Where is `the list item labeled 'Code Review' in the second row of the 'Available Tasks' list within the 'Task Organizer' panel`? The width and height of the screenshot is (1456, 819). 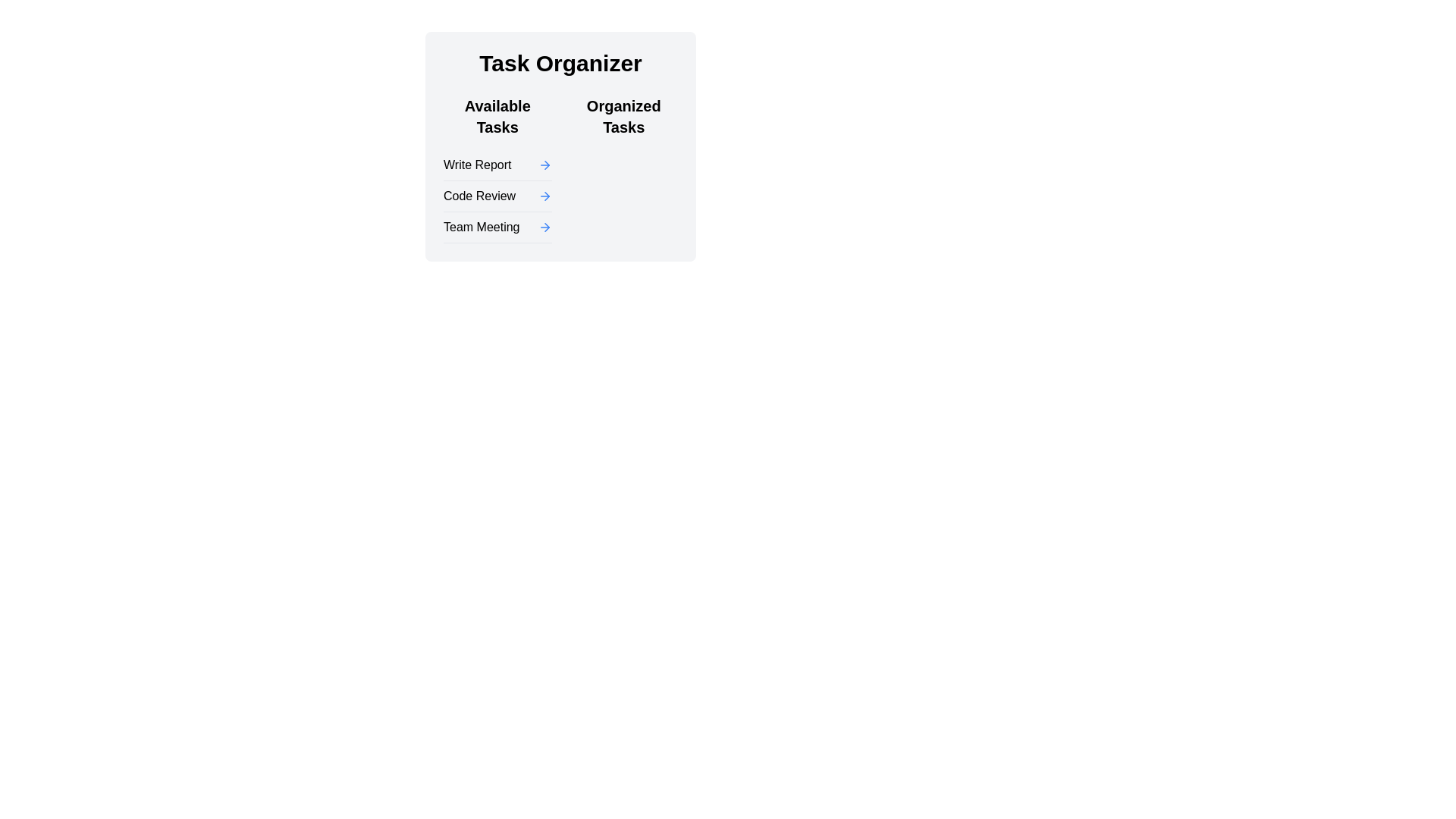
the list item labeled 'Code Review' in the second row of the 'Available Tasks' list within the 'Task Organizer' panel is located at coordinates (497, 196).